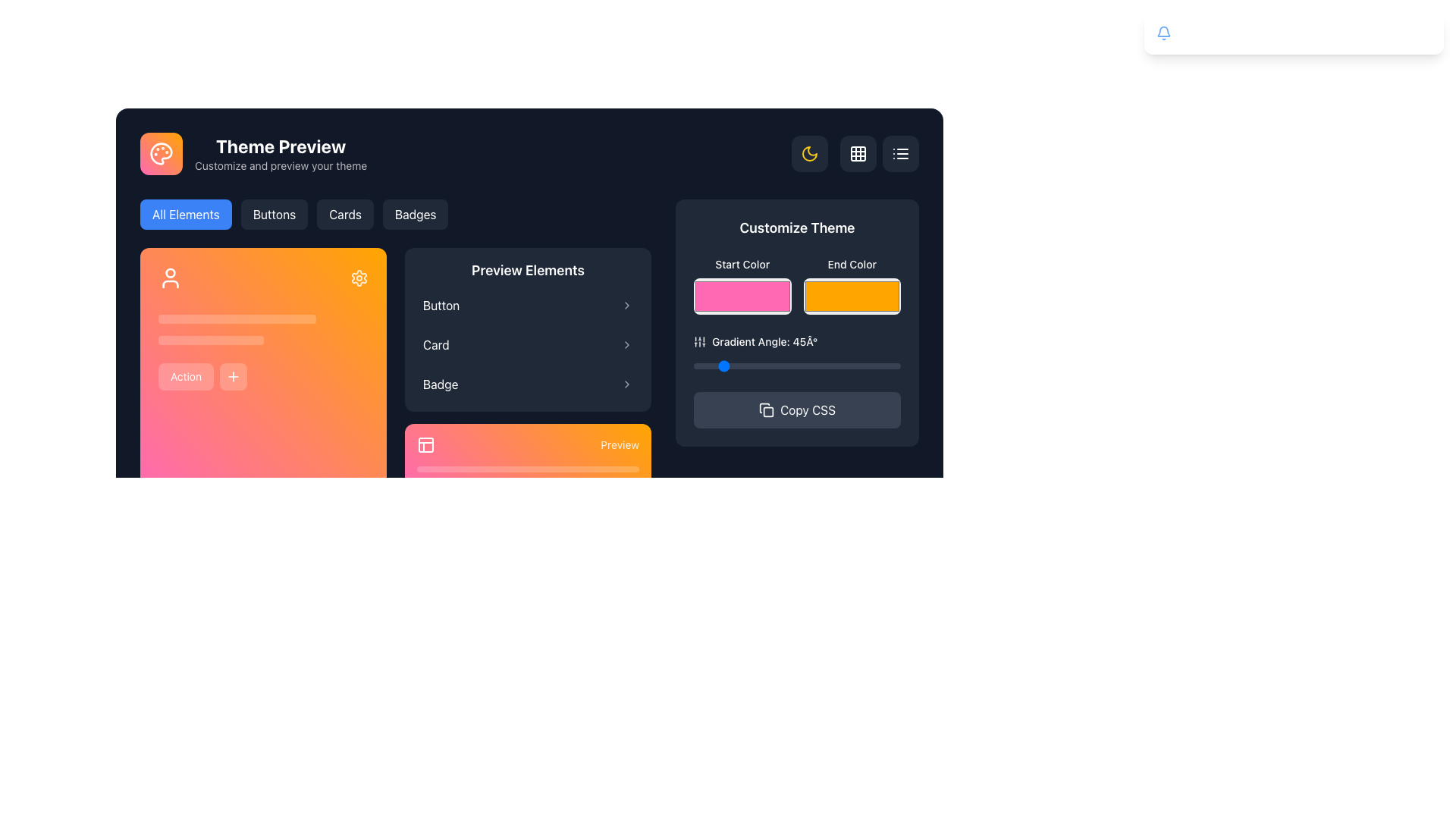  I want to click on the orange color-picker input box labeled 'End Color', so click(852, 296).